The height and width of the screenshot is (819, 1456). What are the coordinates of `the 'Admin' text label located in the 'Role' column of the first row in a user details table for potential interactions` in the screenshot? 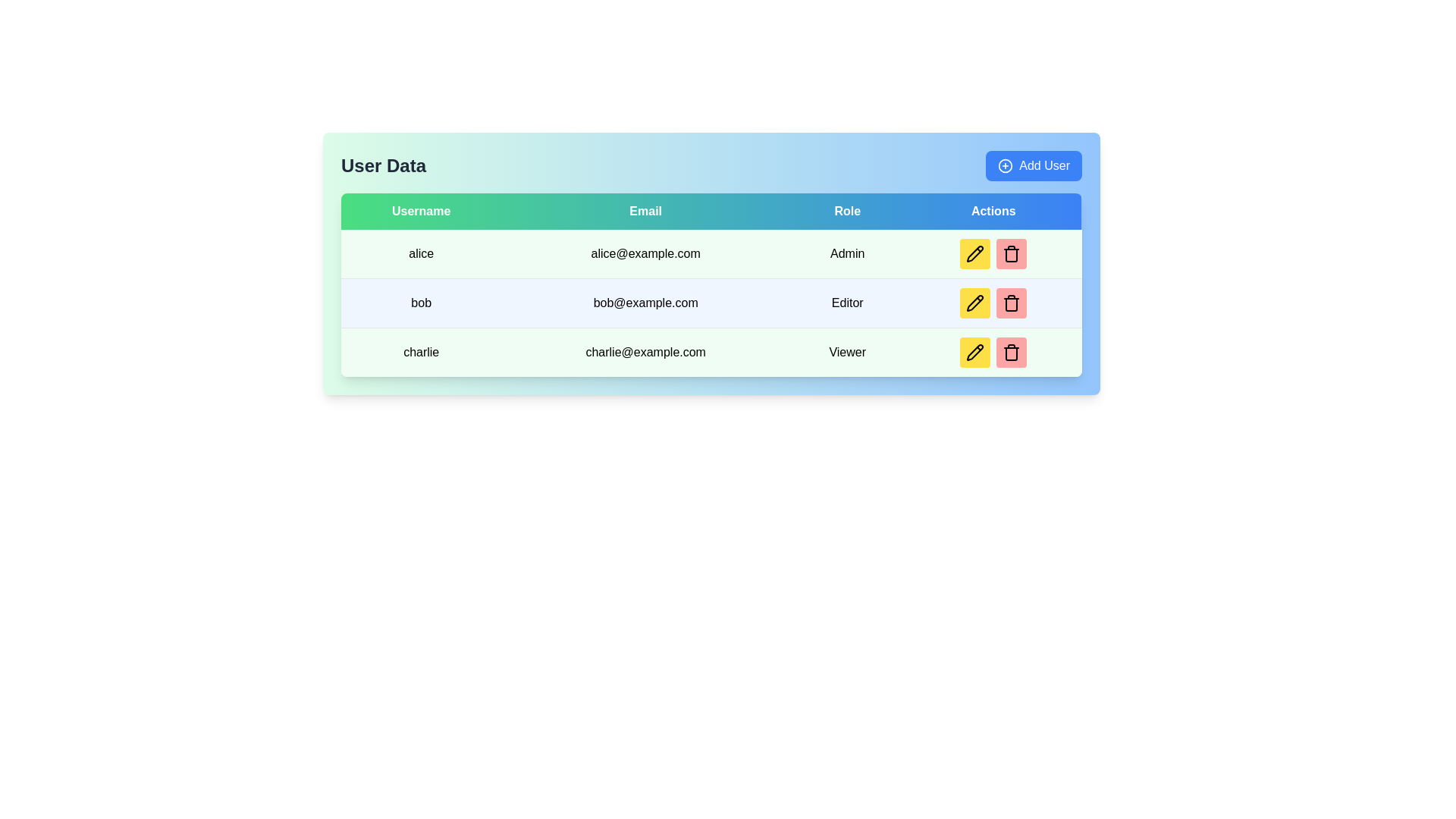 It's located at (846, 253).